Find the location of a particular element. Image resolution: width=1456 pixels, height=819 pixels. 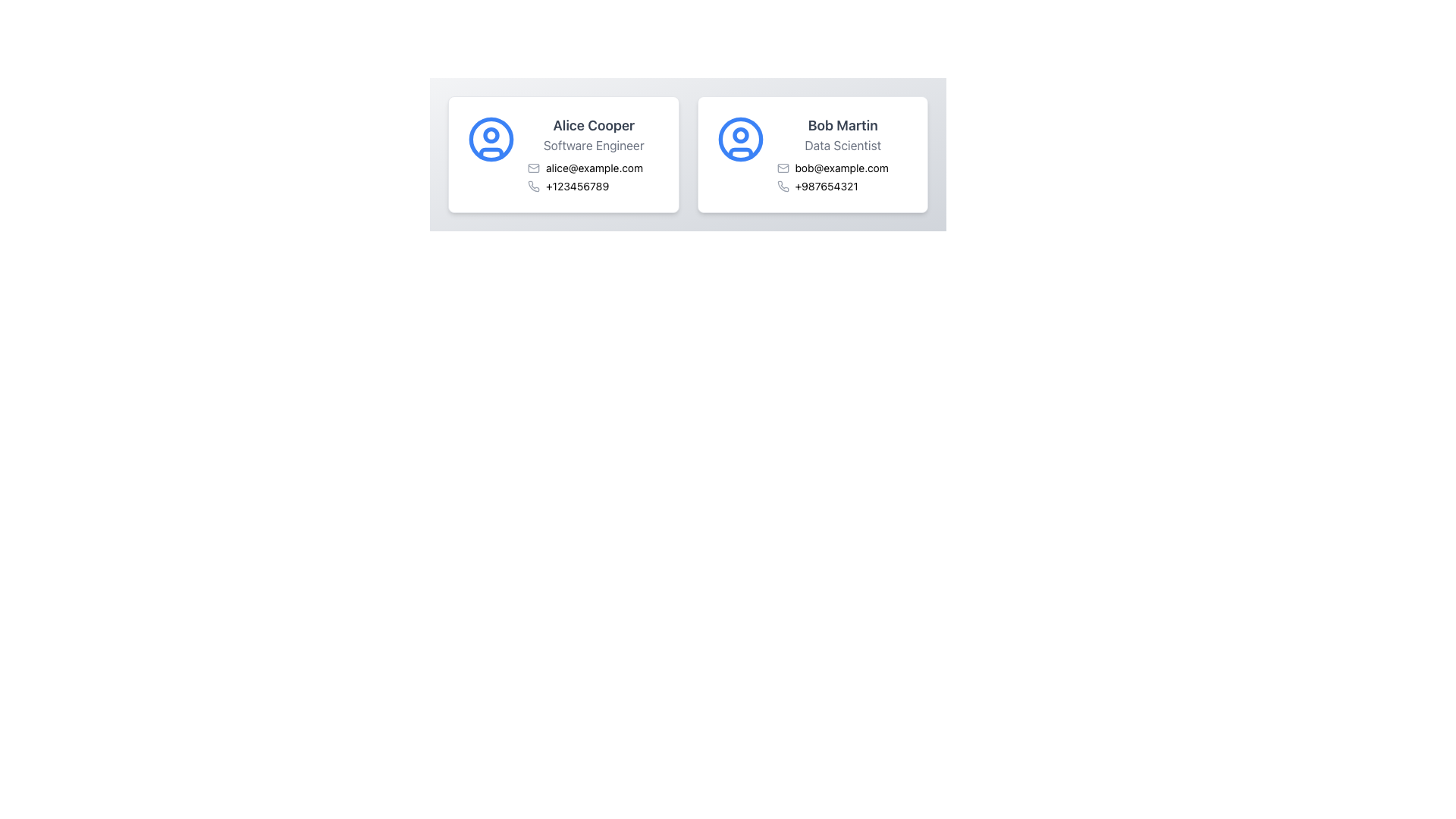

the circular blue user profile icon located to the left of the user information text block containing 'Alice Cooper' is located at coordinates (491, 140).